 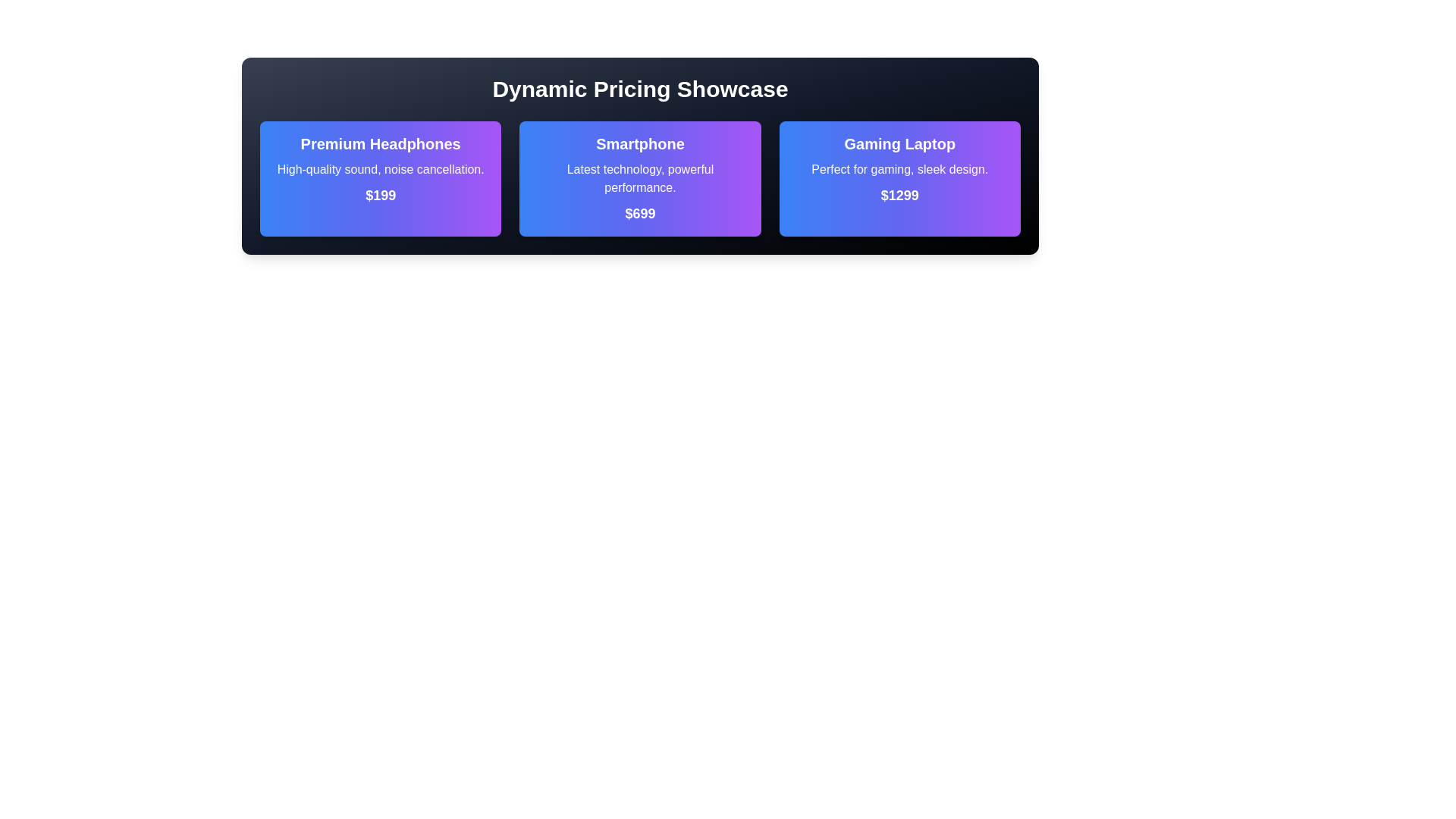 I want to click on the 'Premium Headphones' informational card, which is the first card in a row of three product advertisements, so click(x=381, y=177).